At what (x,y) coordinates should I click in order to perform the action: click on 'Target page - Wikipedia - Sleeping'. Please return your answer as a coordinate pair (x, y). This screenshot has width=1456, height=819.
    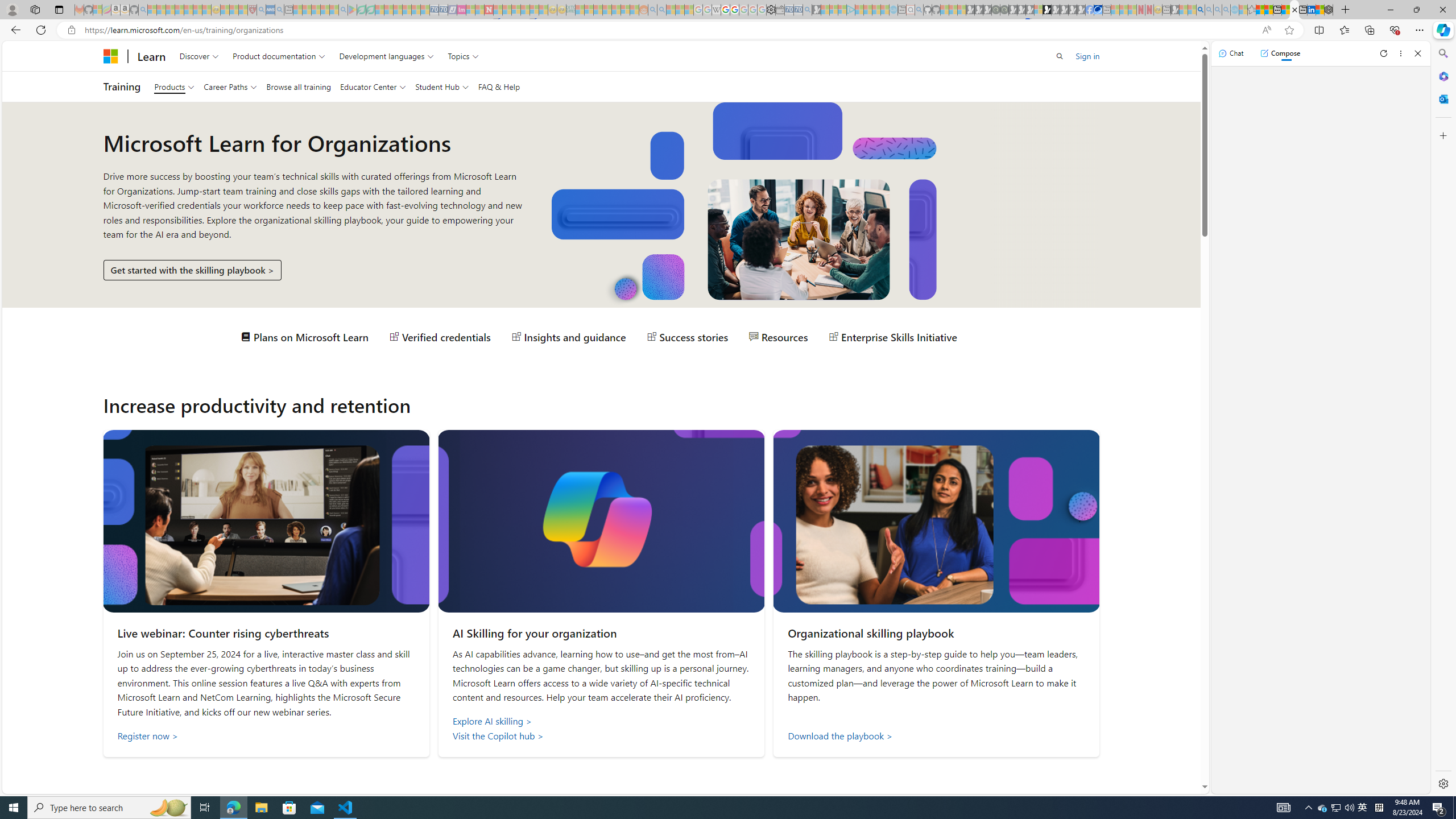
    Looking at the image, I should click on (716, 9).